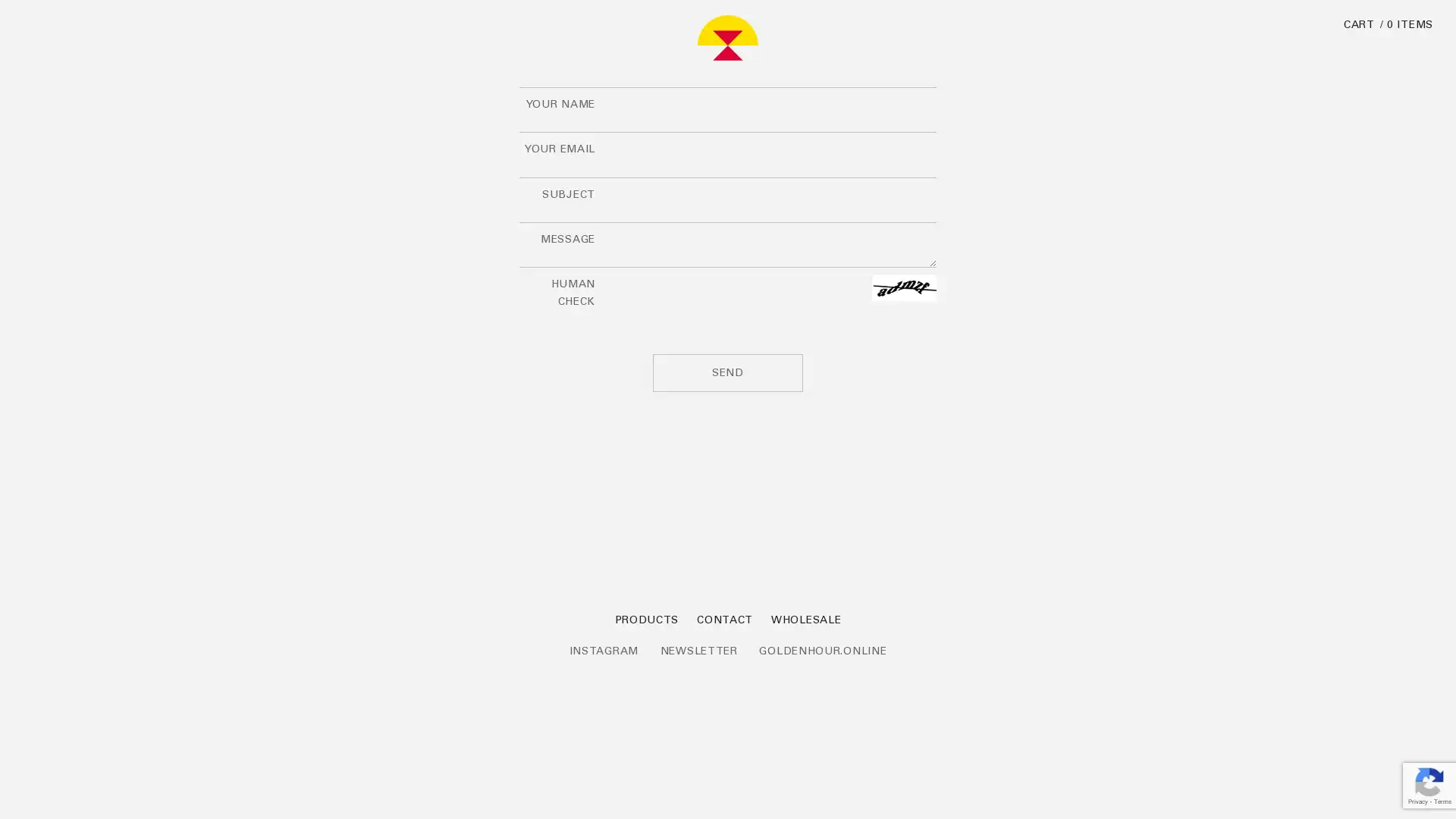  What do you see at coordinates (728, 372) in the screenshot?
I see `SEND` at bounding box center [728, 372].